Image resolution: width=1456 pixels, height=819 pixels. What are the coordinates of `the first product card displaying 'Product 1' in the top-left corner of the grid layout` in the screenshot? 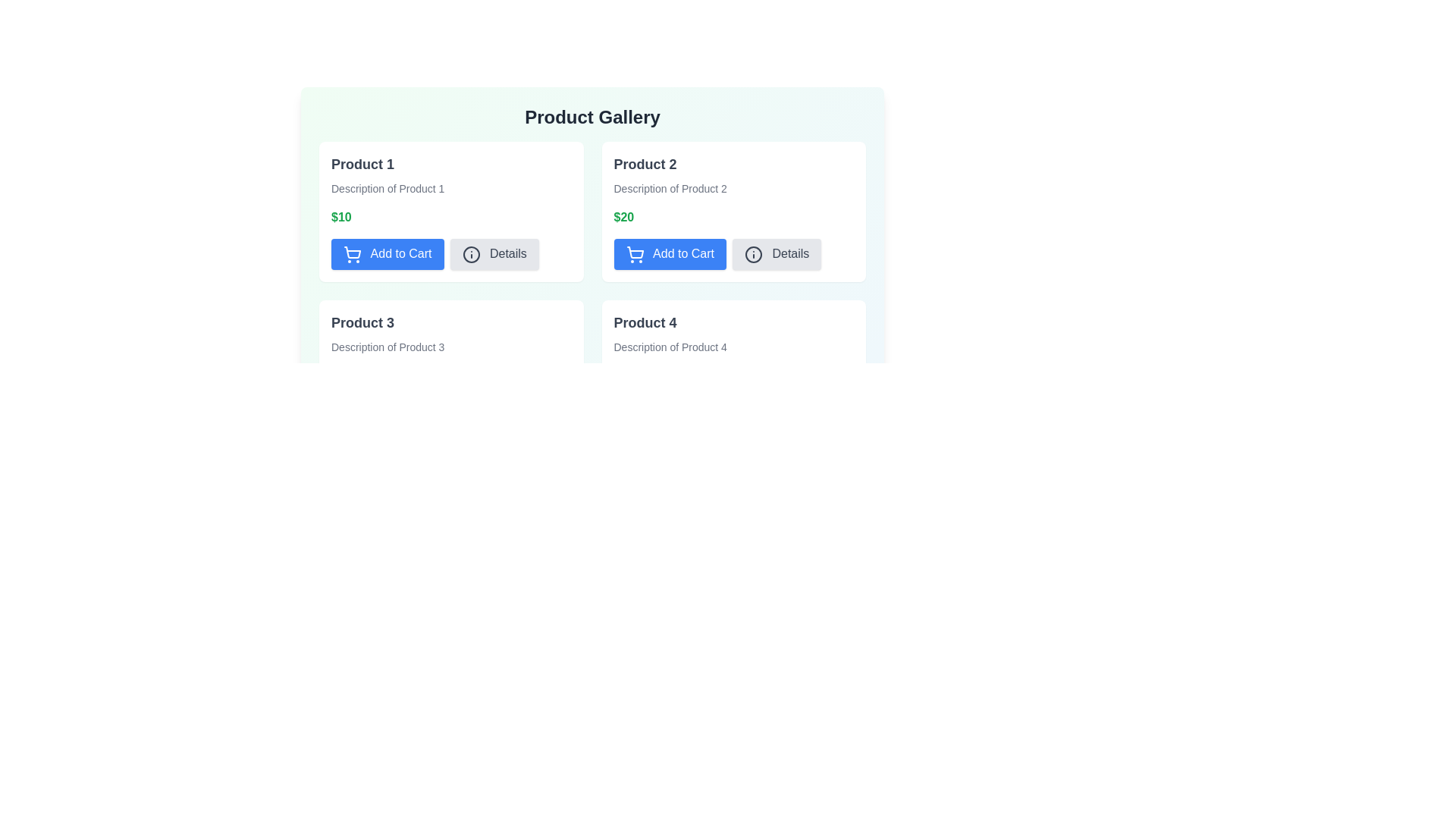 It's located at (450, 212).